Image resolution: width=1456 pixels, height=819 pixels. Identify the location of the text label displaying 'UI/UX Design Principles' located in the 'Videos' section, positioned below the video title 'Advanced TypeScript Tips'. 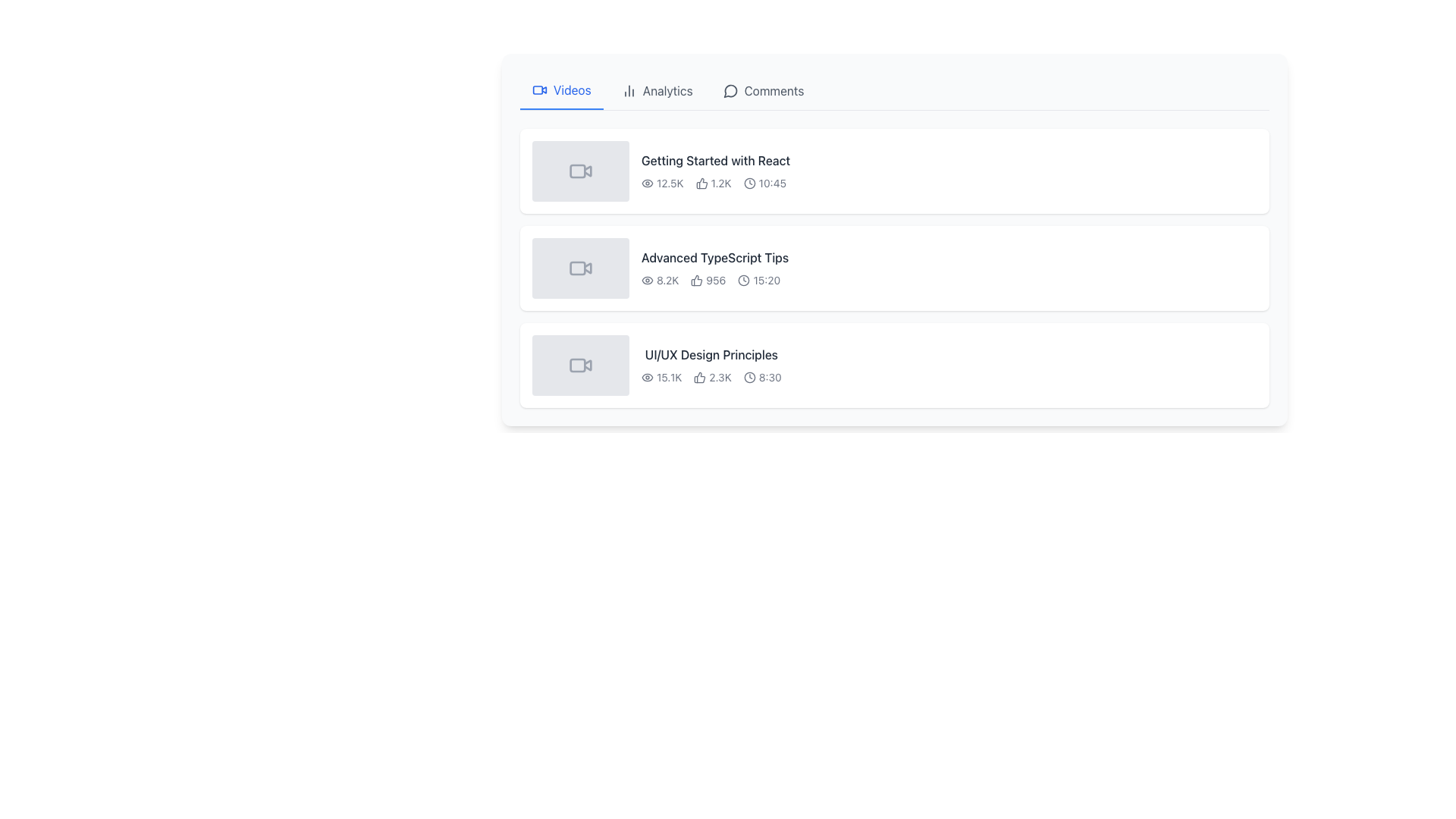
(711, 354).